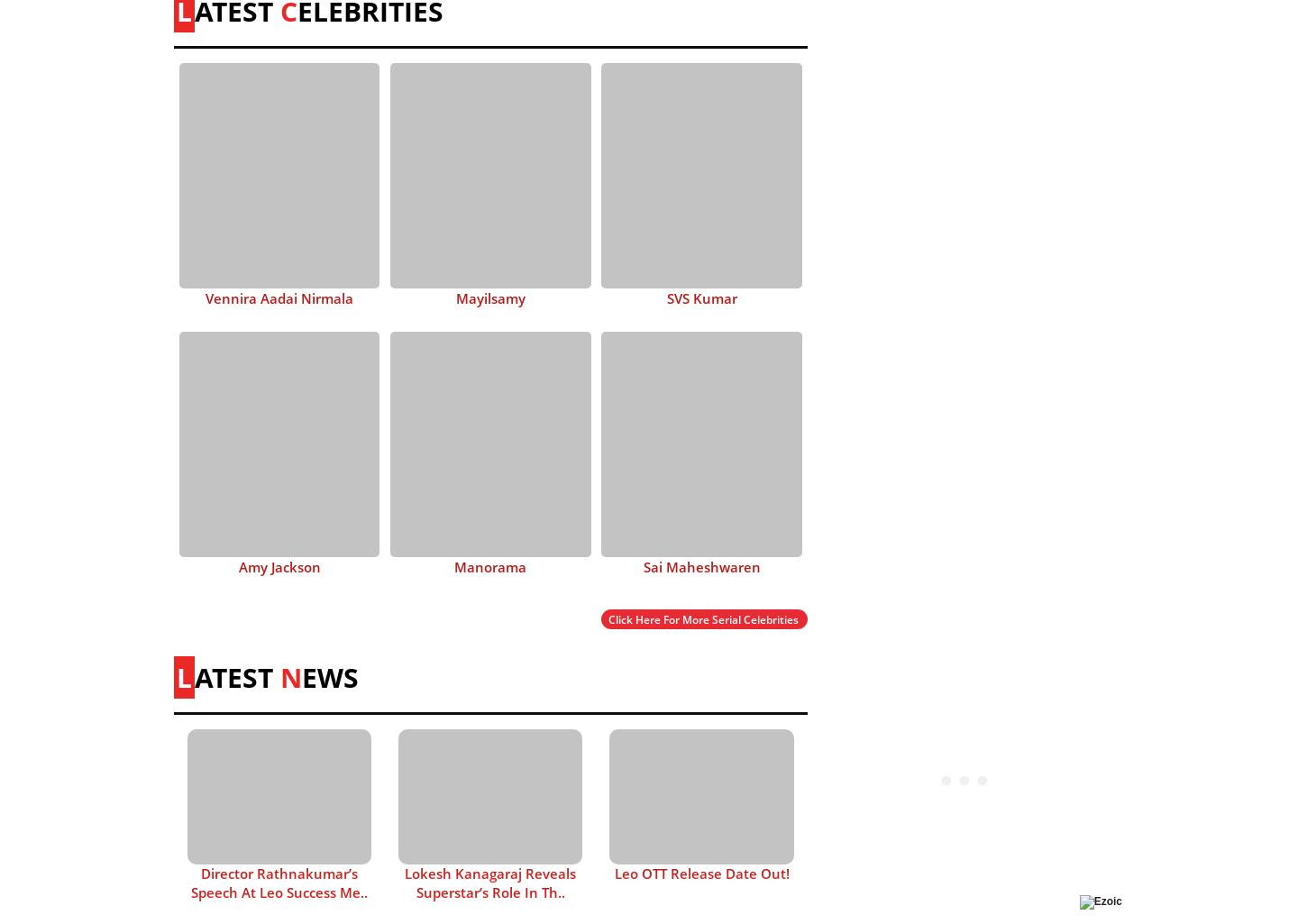 The width and height of the screenshot is (1298, 924). I want to click on 'Chinna Thala Is Back In Action 💥💣 | #IPL2021​ | #N..', so click(964, 685).